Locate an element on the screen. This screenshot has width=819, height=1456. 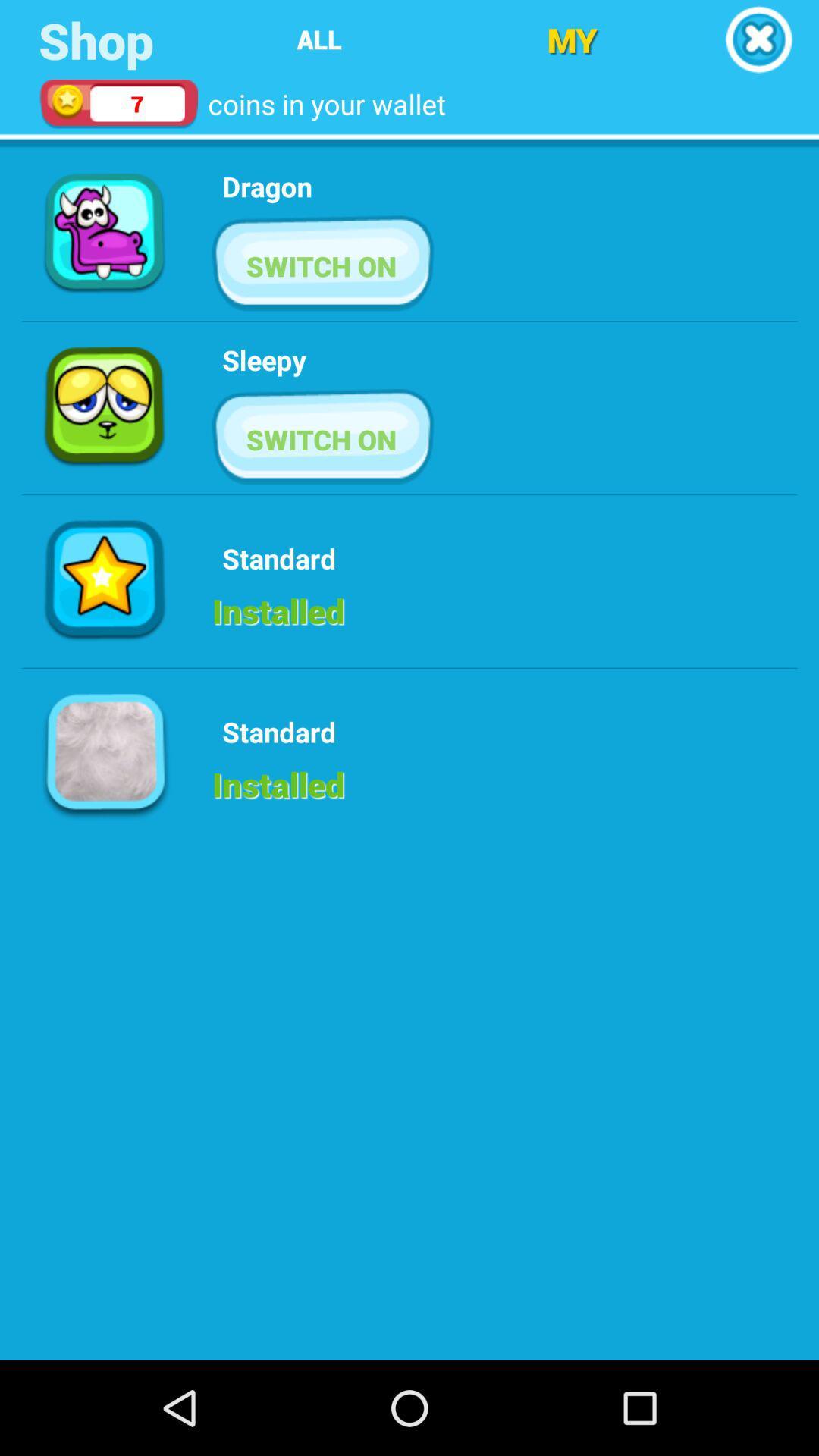
the dragon item is located at coordinates (266, 185).